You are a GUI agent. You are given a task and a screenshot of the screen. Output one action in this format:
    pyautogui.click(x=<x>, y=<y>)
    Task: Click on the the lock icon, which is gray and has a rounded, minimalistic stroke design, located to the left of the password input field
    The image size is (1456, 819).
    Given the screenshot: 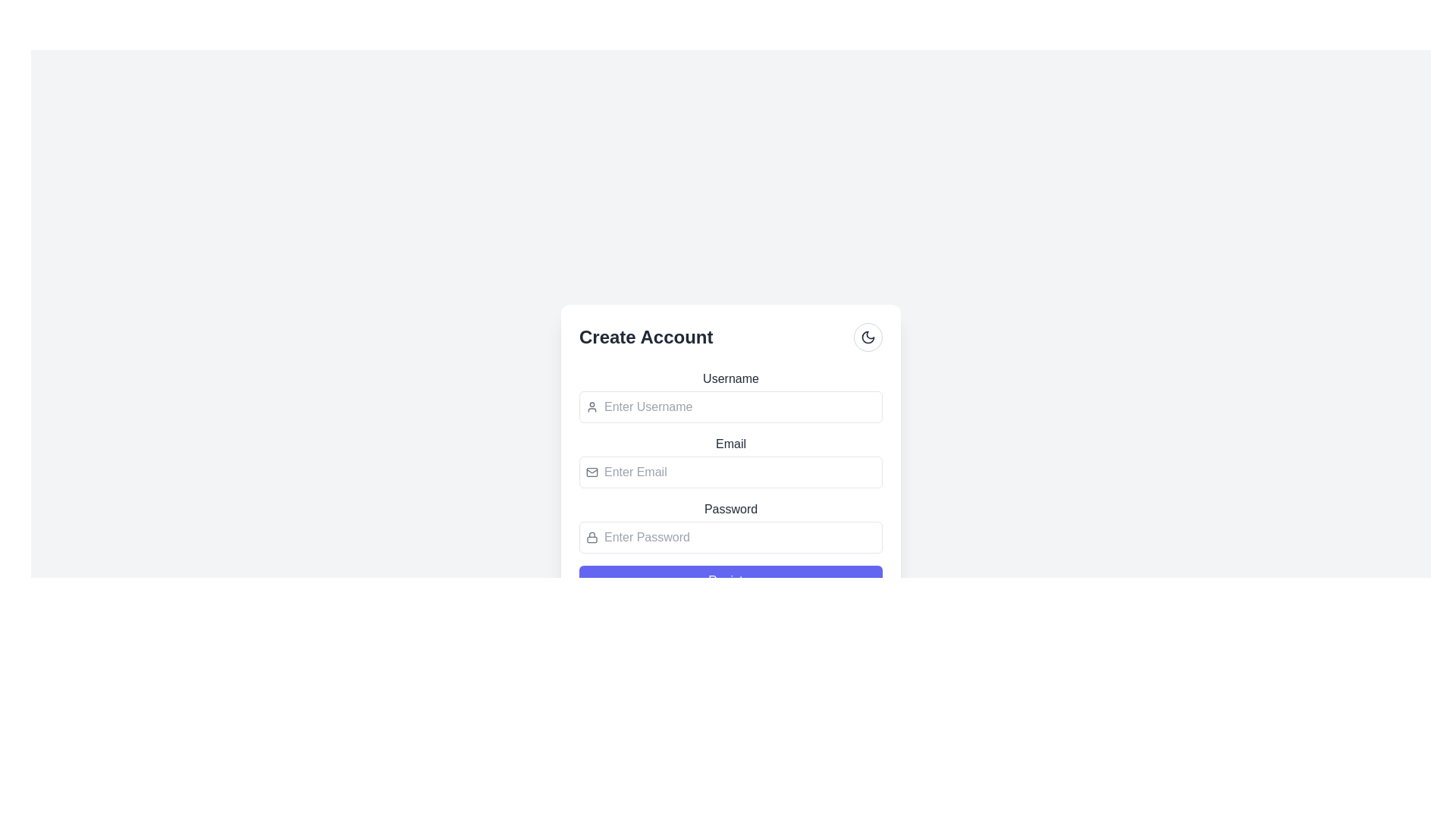 What is the action you would take?
    pyautogui.click(x=591, y=537)
    